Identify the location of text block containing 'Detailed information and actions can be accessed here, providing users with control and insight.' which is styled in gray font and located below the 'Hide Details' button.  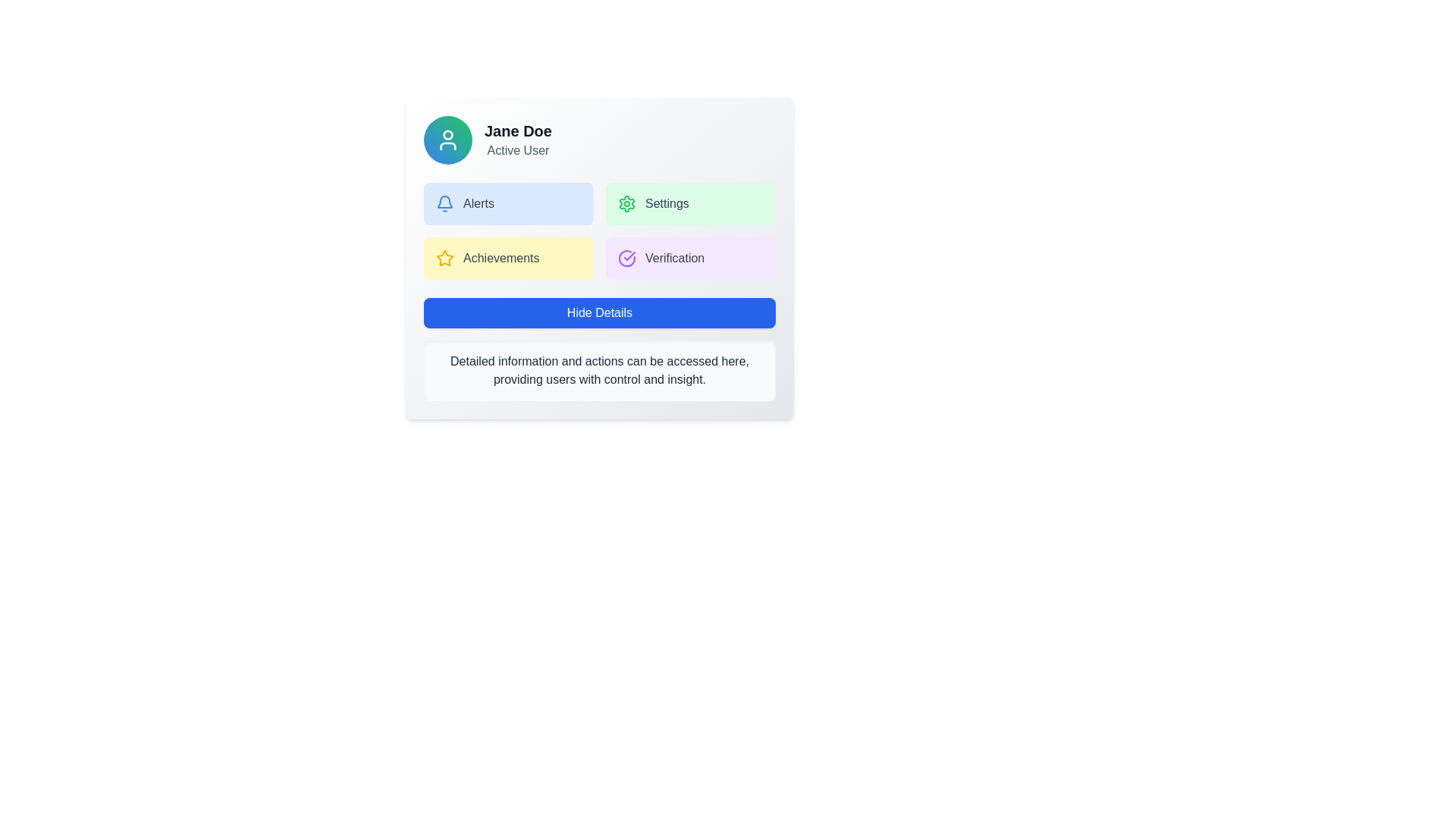
(599, 371).